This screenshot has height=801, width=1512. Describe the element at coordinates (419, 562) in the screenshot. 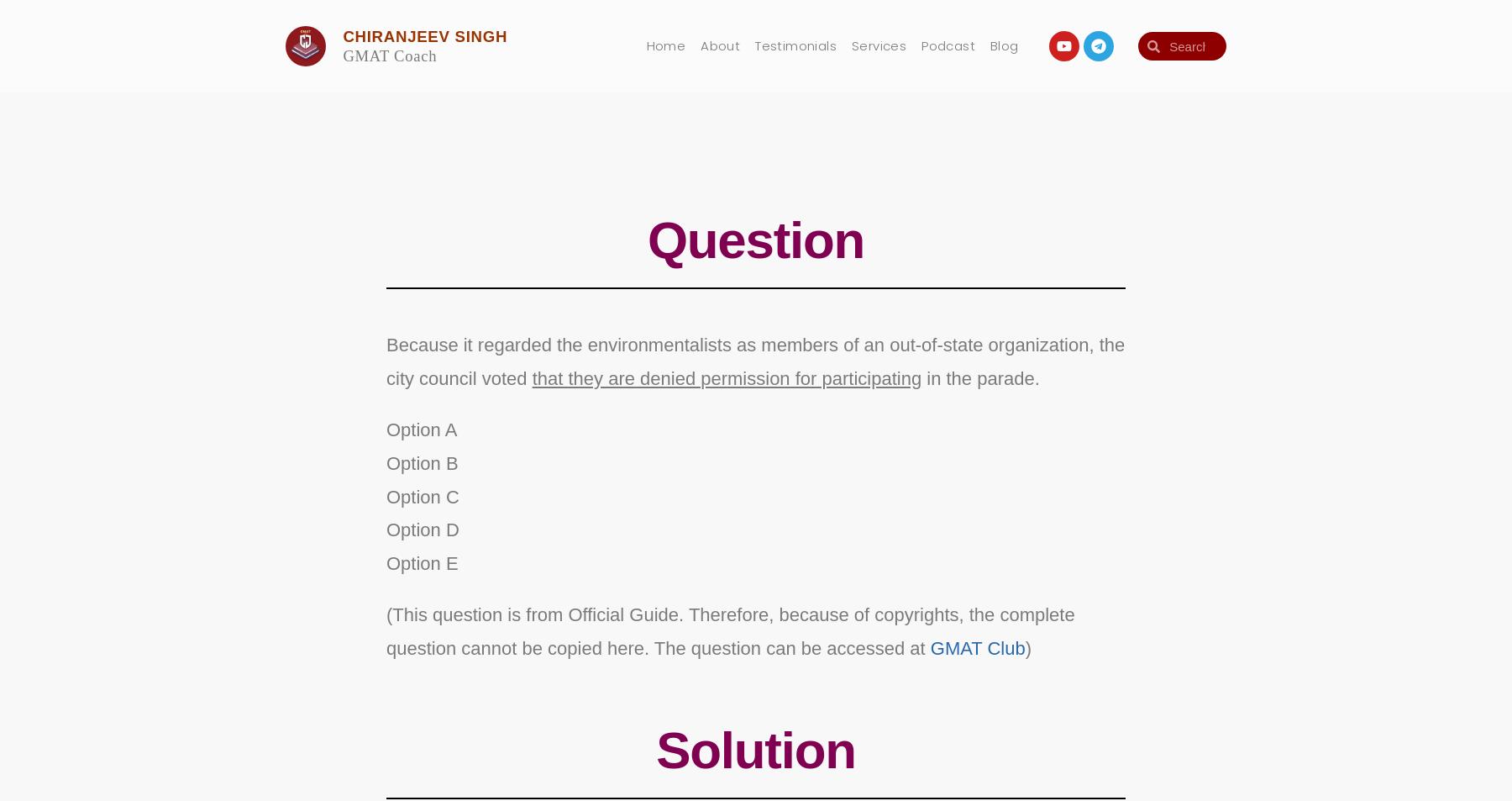

I see `'Option E'` at that location.